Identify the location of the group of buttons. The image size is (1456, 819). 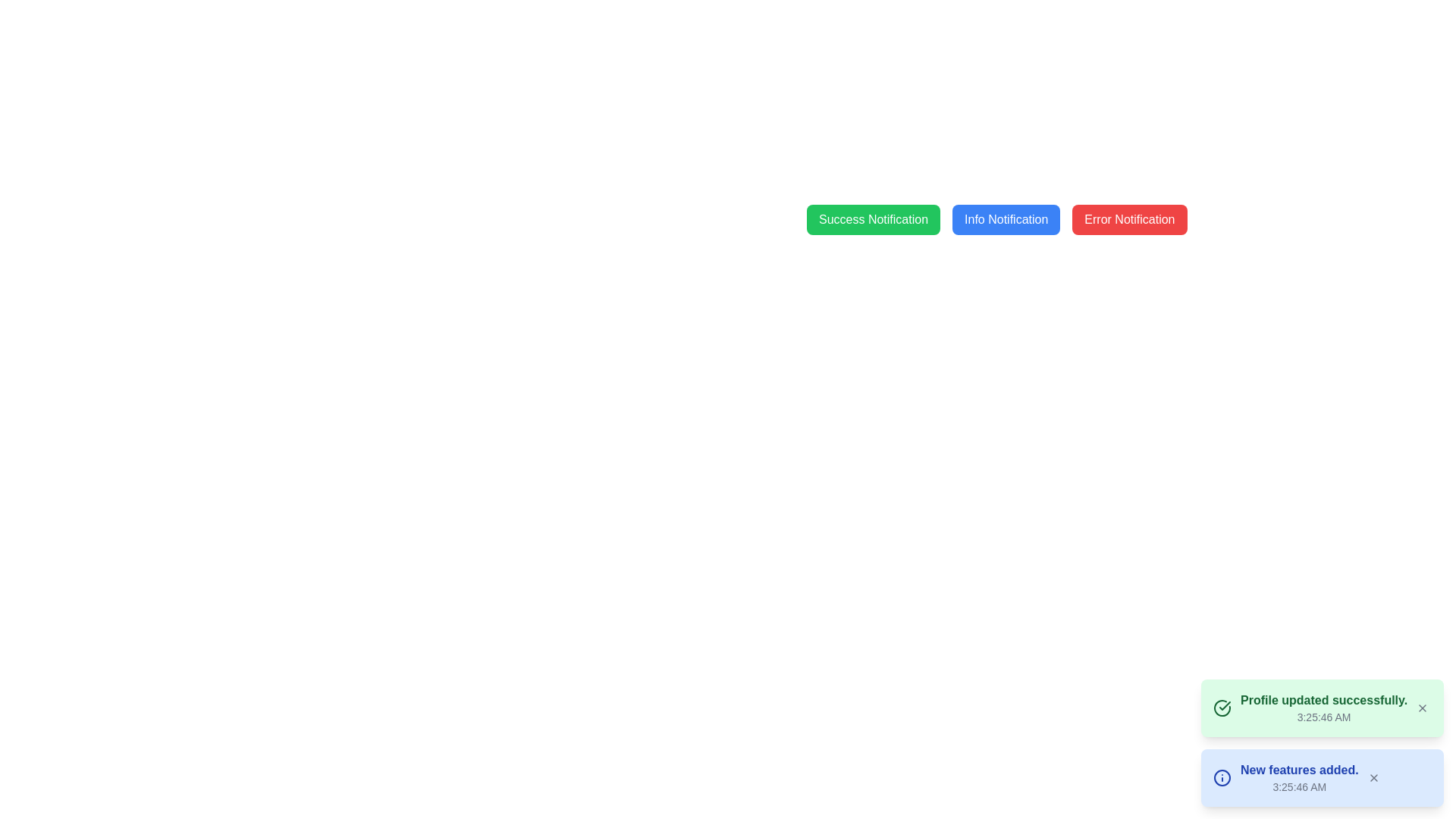
(1090, 219).